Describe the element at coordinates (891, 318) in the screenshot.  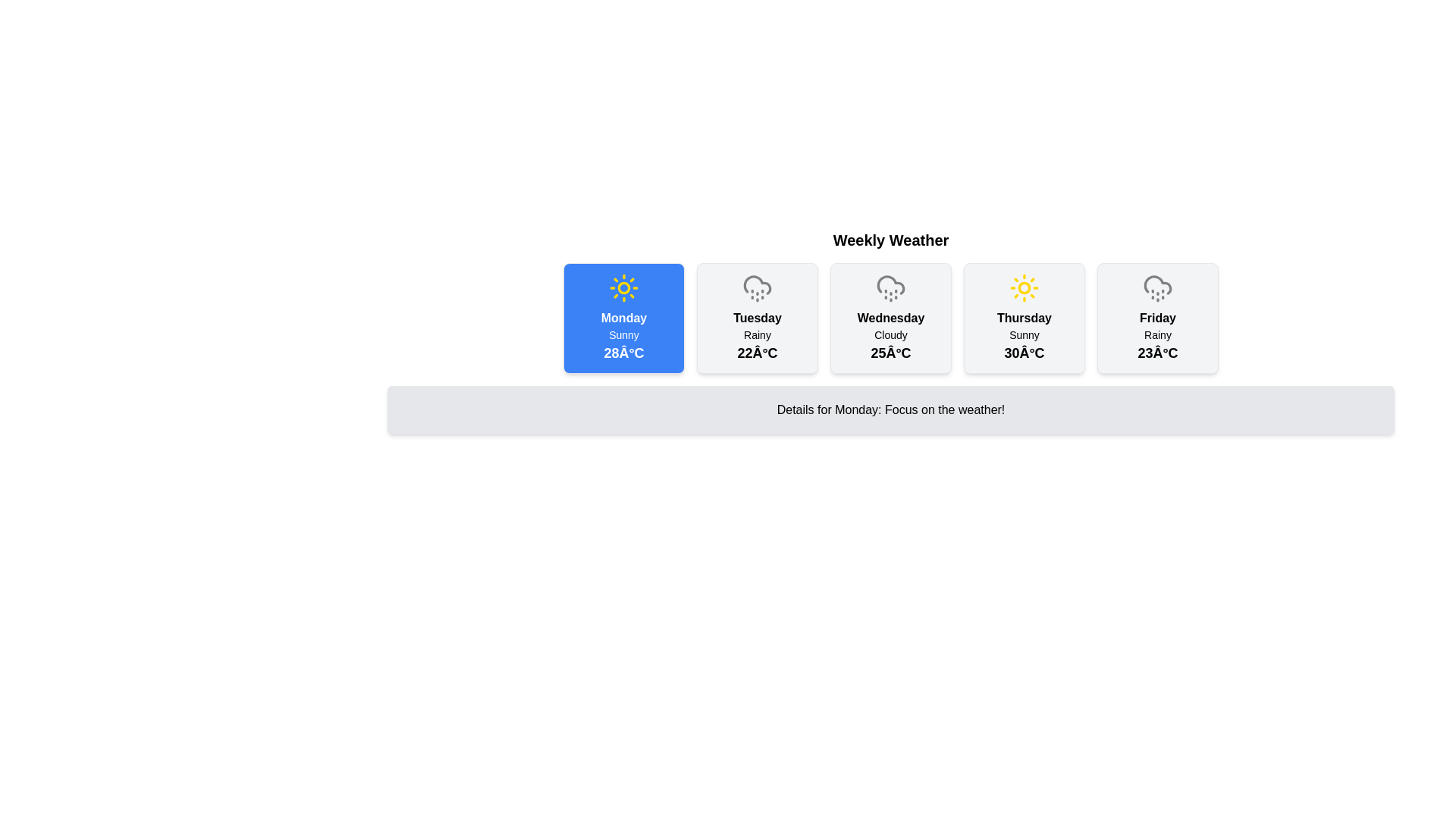
I see `the static text element indicating the day of the week for the weather forecast in the third weather card from the left` at that location.